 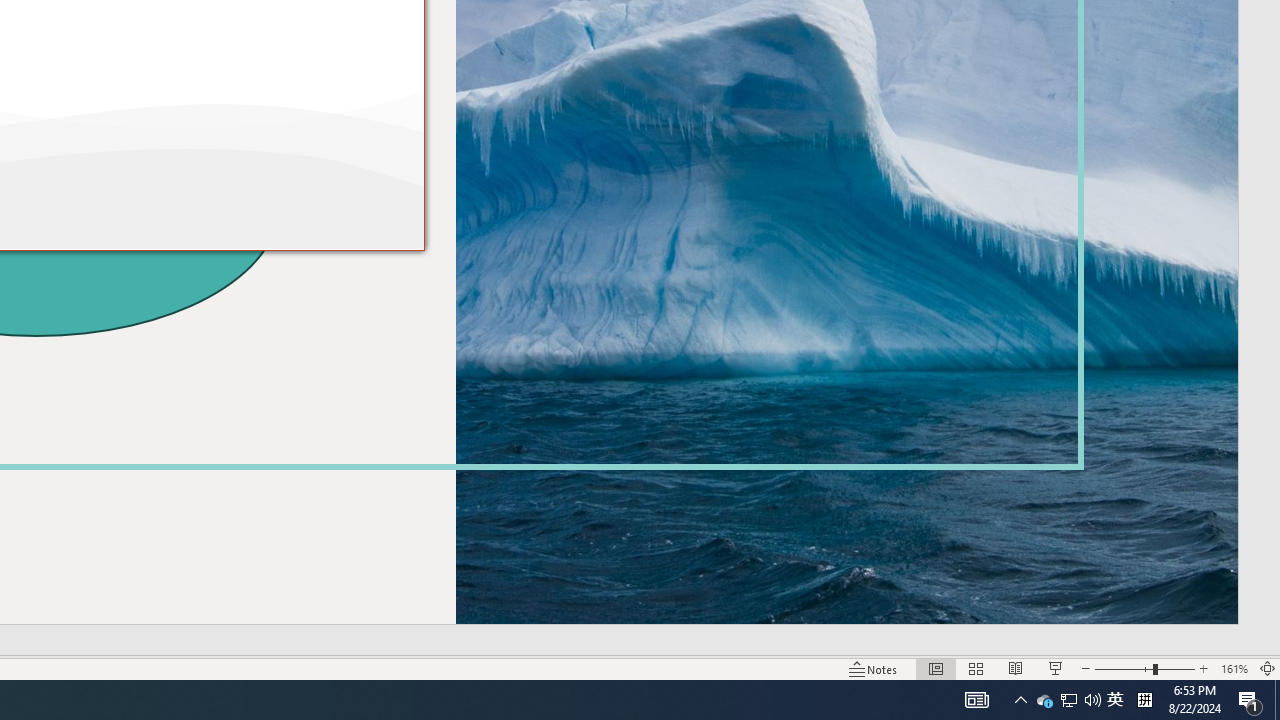 I want to click on 'Action Center, 1 new notification', so click(x=1250, y=698).